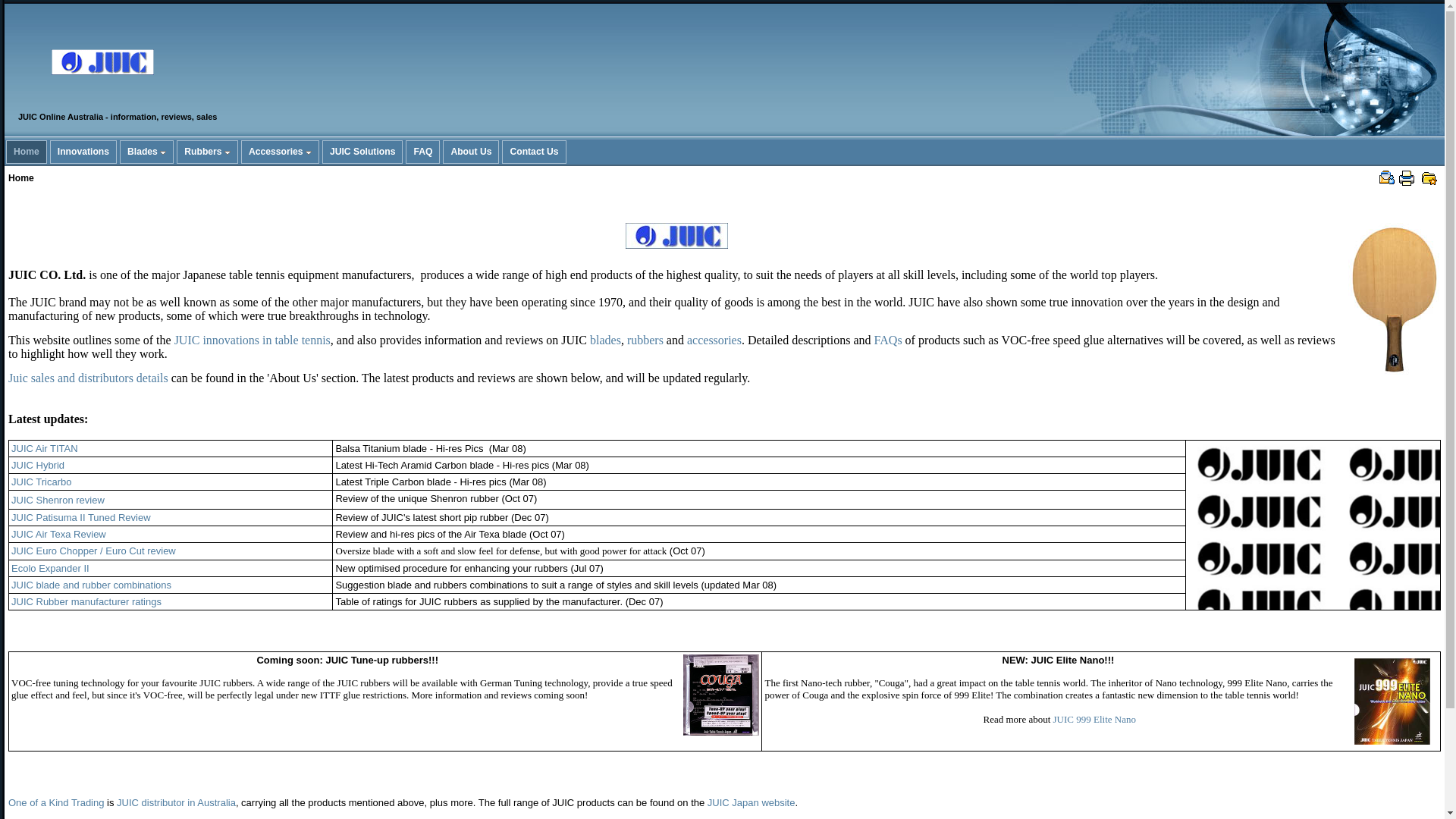  I want to click on 'FAQs', so click(888, 339).